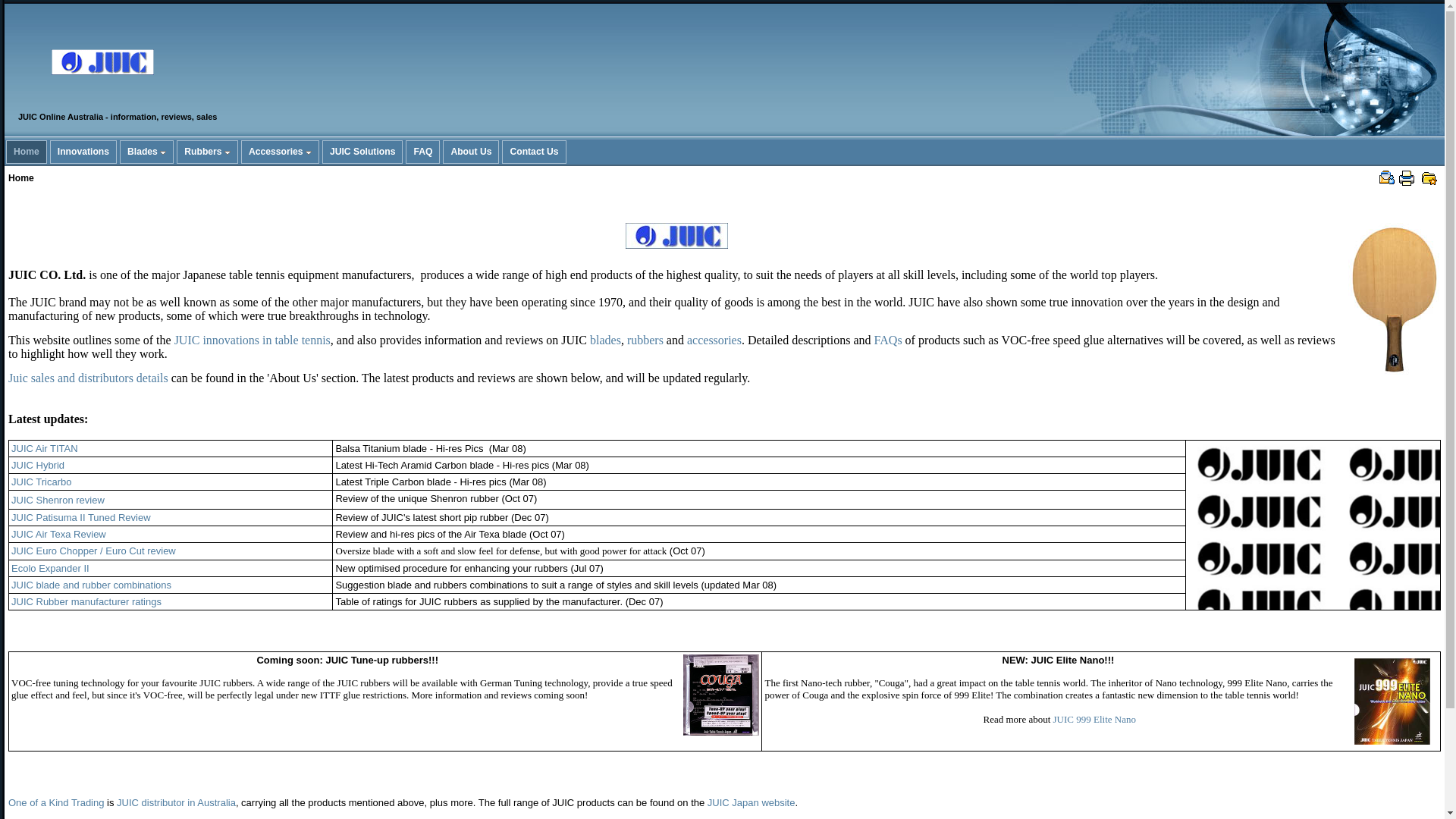  I want to click on 'FAQs', so click(888, 339).